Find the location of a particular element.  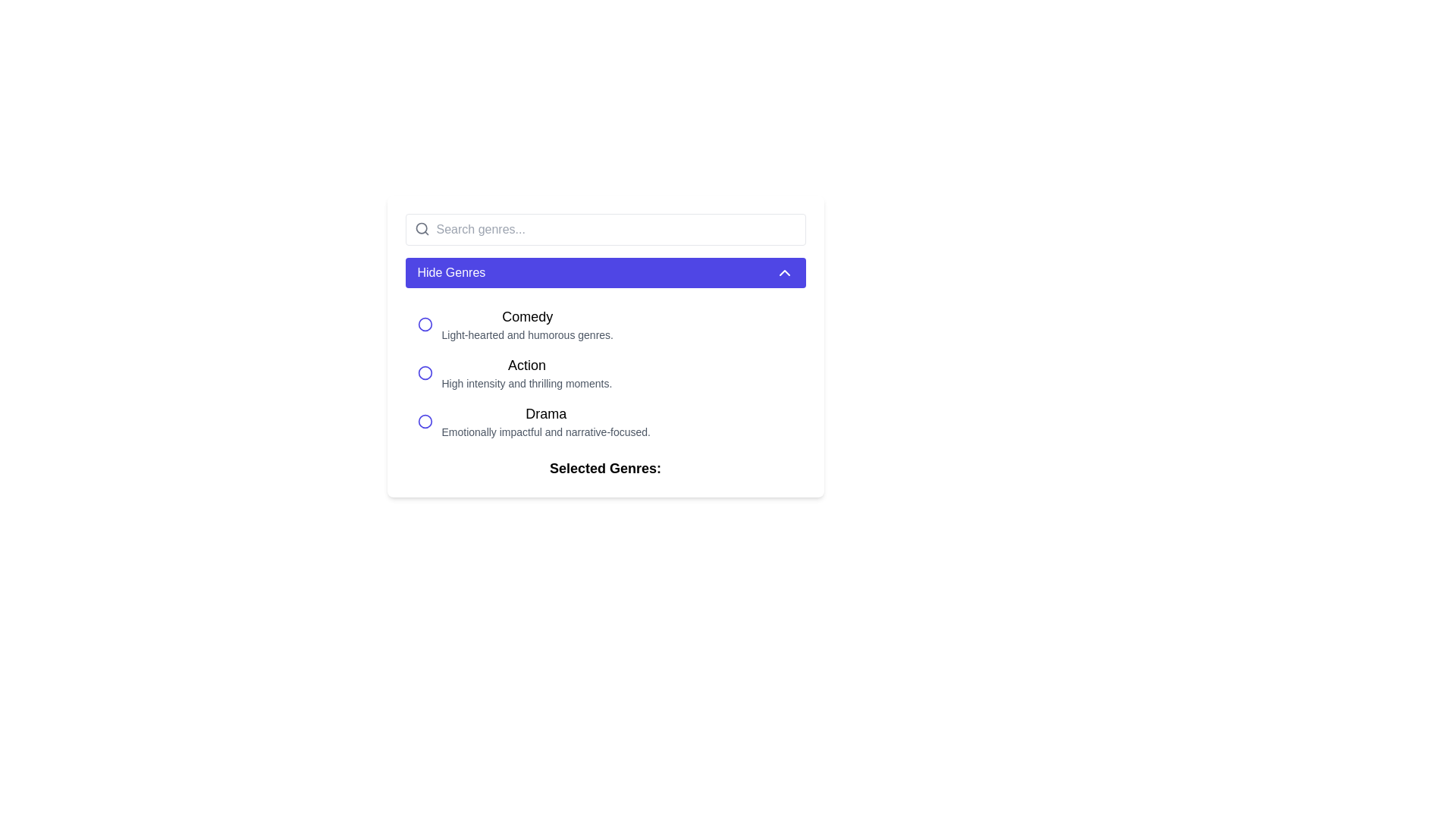

text label displaying 'Comedy' which is styled with a large font size and located at the top of a list item under the 'Hide Genres' header is located at coordinates (527, 315).